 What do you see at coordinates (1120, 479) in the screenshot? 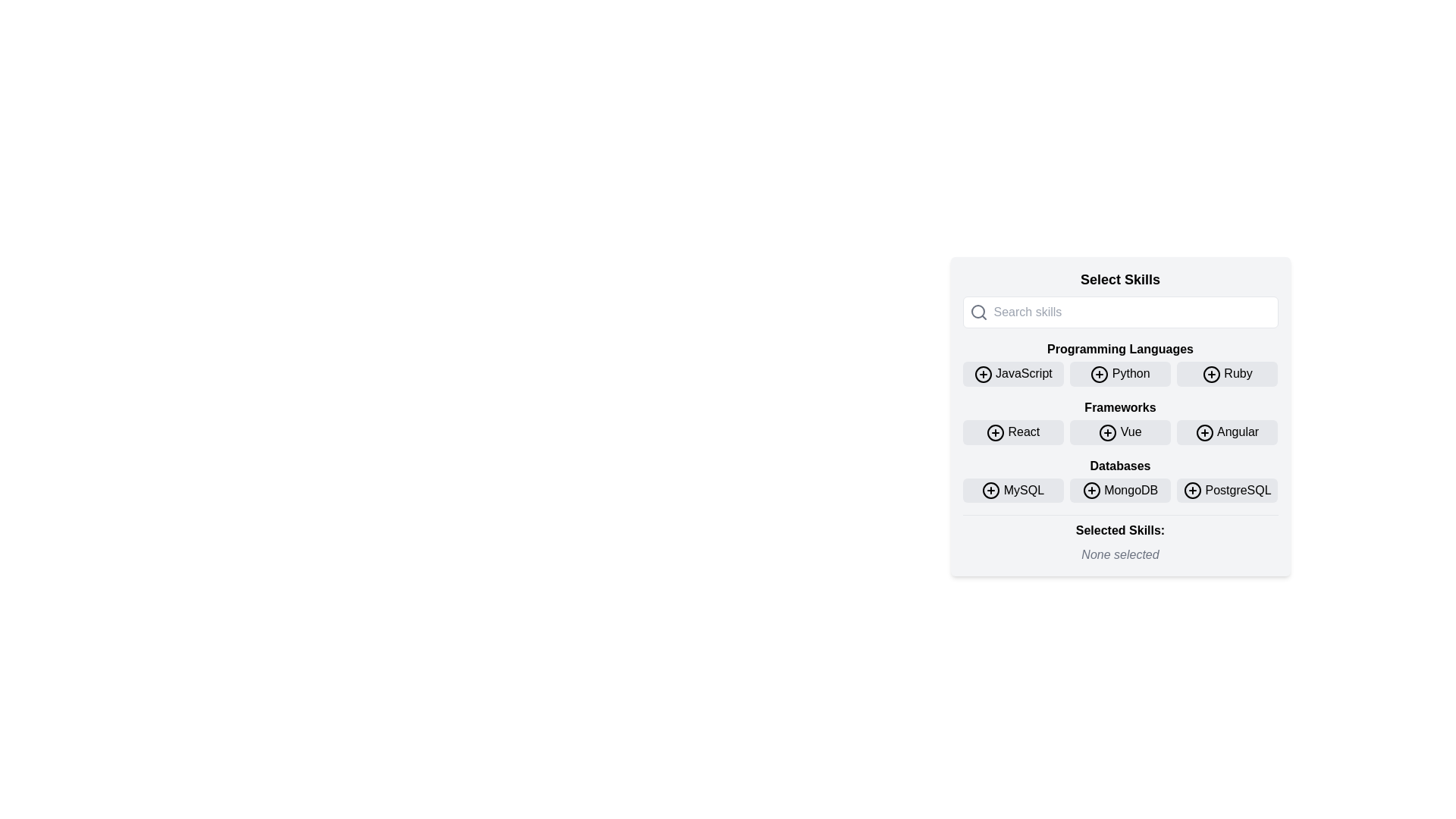
I see `the buttons in the 'Databases' section titled 'MySQL', 'MongoDB', and 'PostgreSQL'` at bounding box center [1120, 479].